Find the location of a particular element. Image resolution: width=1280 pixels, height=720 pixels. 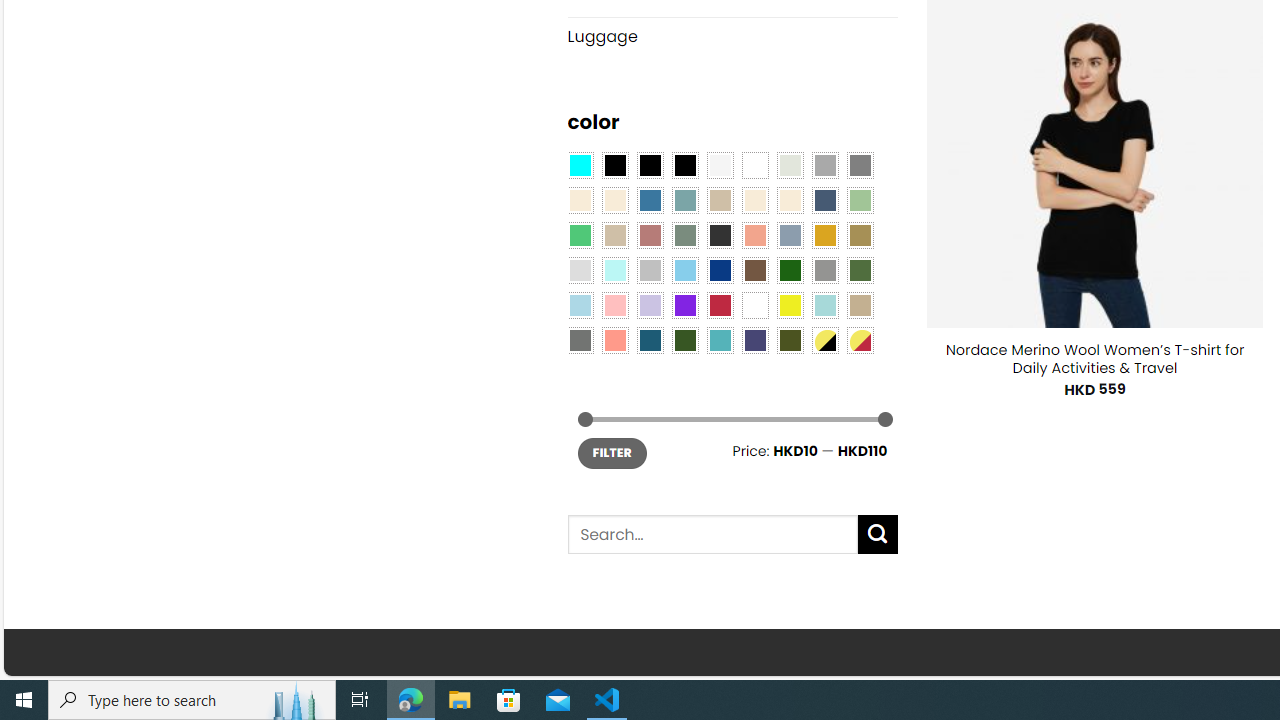

'Charcoal' is located at coordinates (720, 233).